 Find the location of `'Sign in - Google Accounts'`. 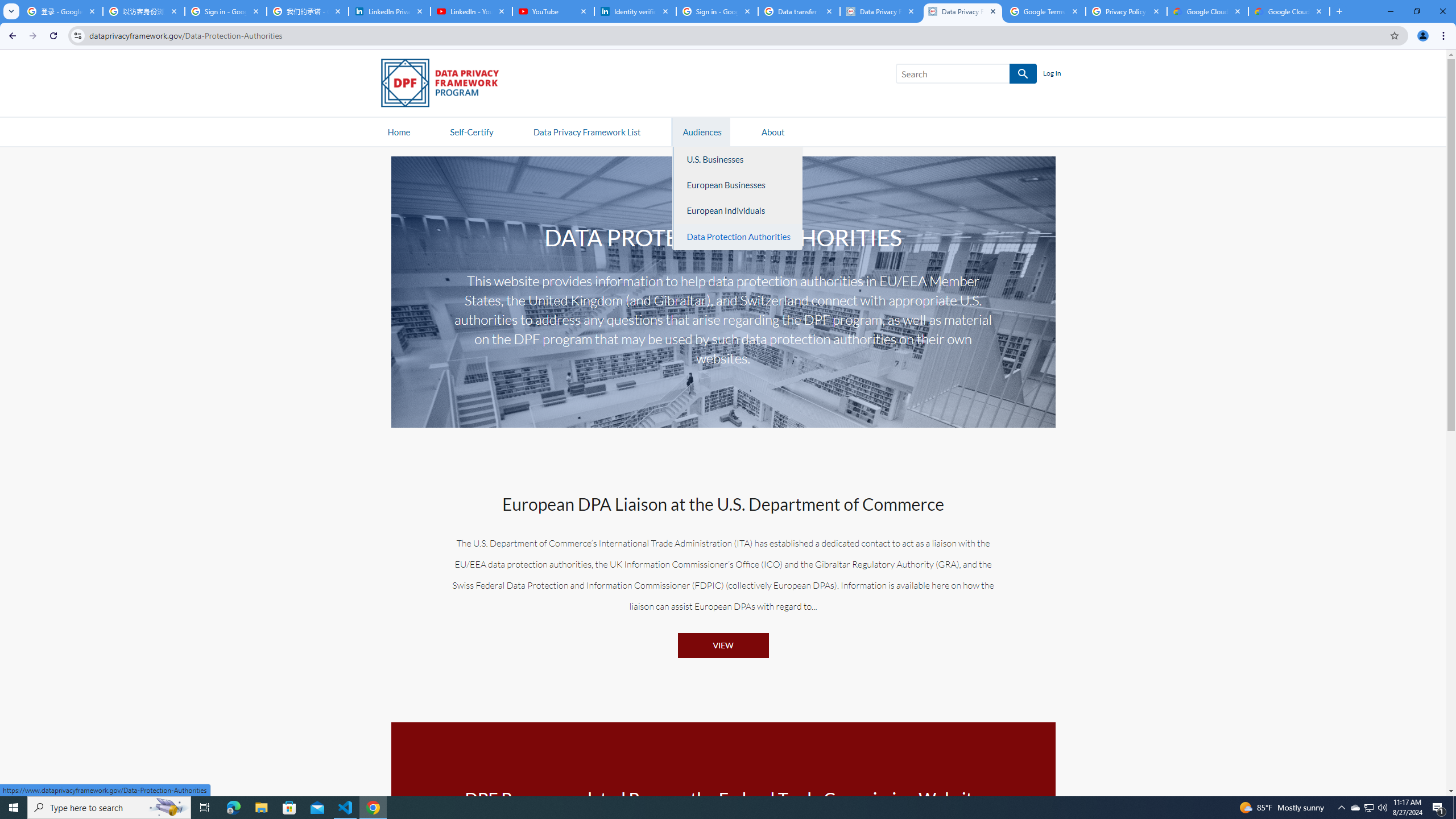

'Sign in - Google Accounts' is located at coordinates (225, 11).